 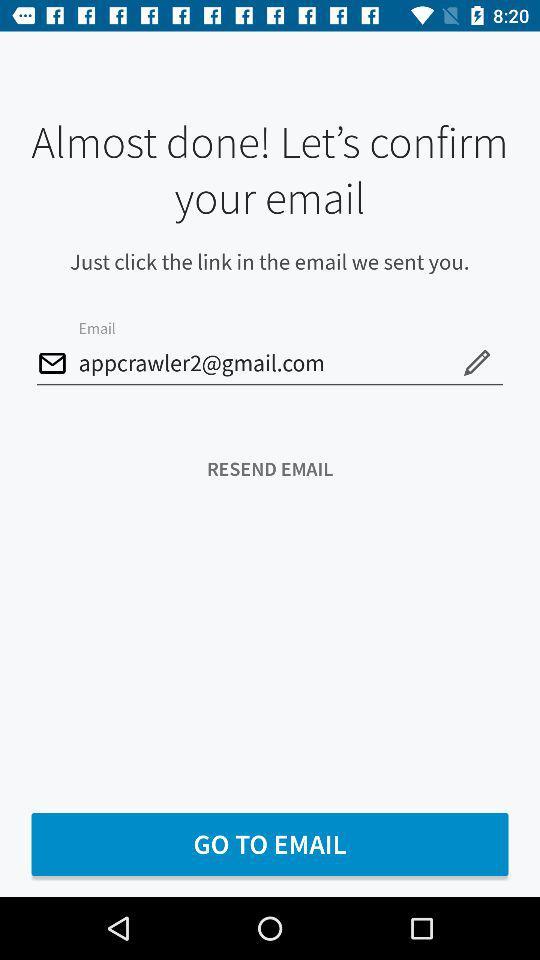 What do you see at coordinates (475, 361) in the screenshot?
I see `icon on the right` at bounding box center [475, 361].